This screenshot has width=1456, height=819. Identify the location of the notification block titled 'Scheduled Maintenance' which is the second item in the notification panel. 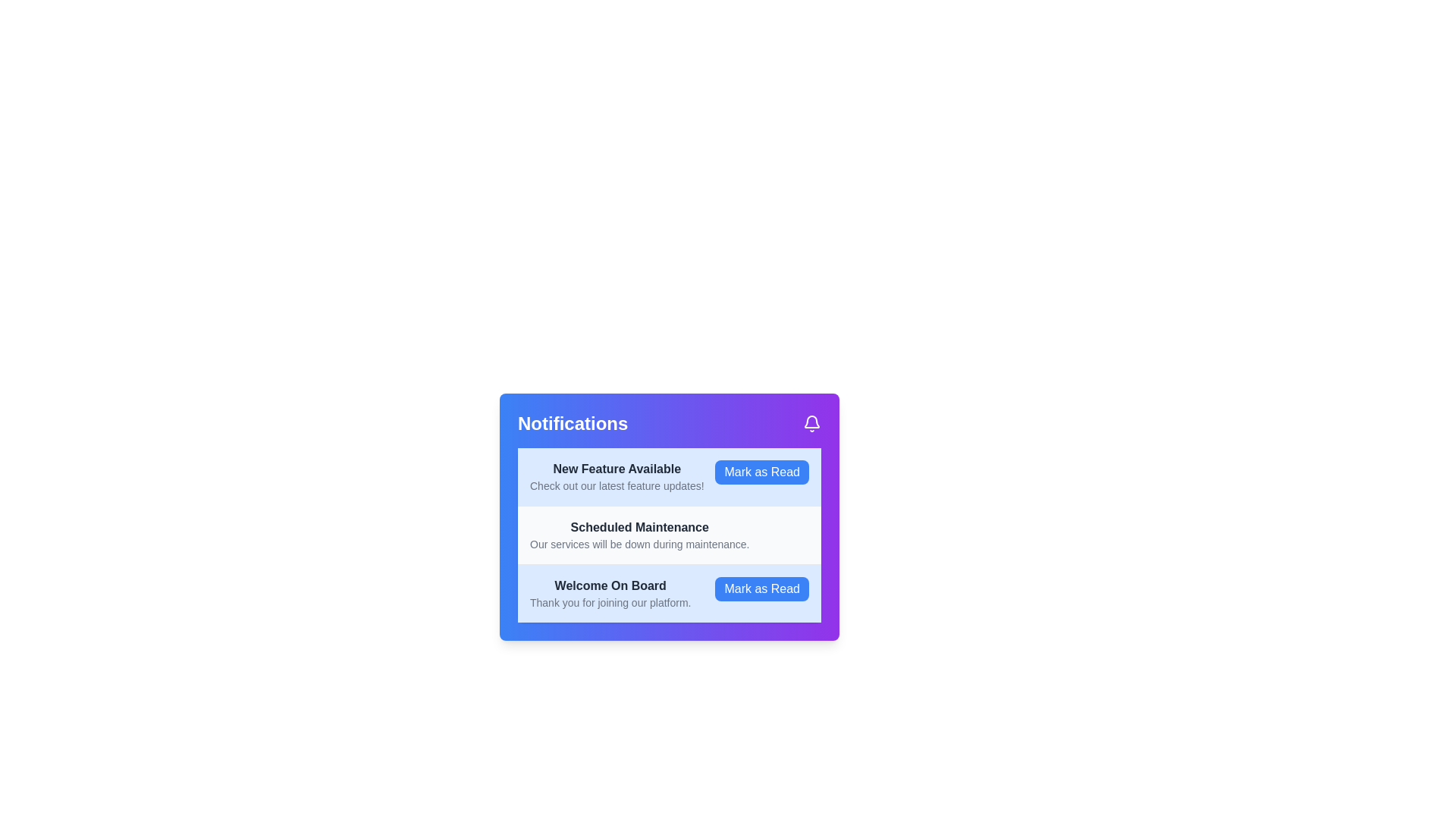
(669, 534).